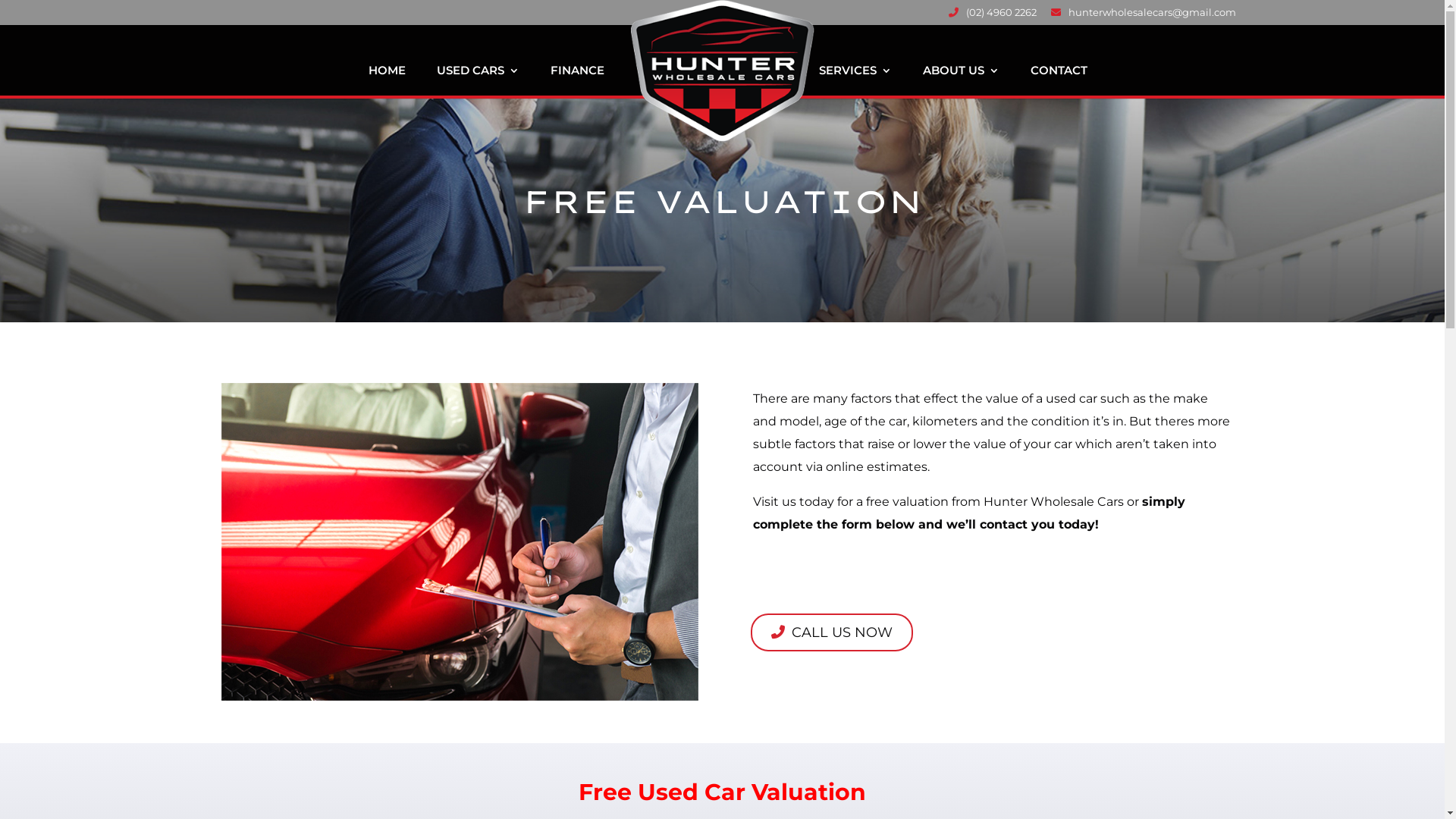 Image resolution: width=1456 pixels, height=819 pixels. Describe the element at coordinates (991, 16) in the screenshot. I see `'(02) 4960 2262'` at that location.